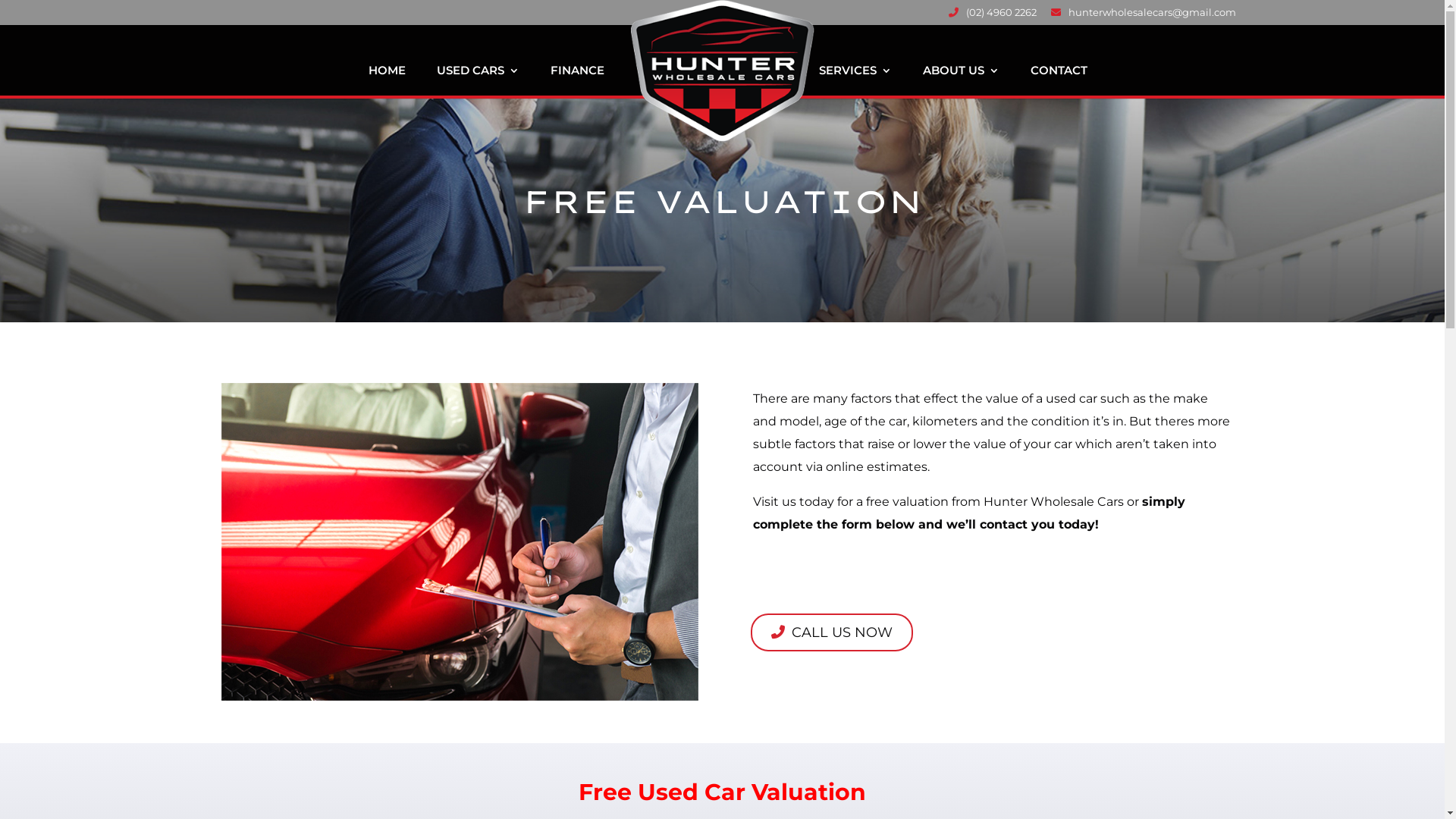 Image resolution: width=1456 pixels, height=819 pixels. Describe the element at coordinates (991, 16) in the screenshot. I see `'(02) 4960 2262'` at that location.